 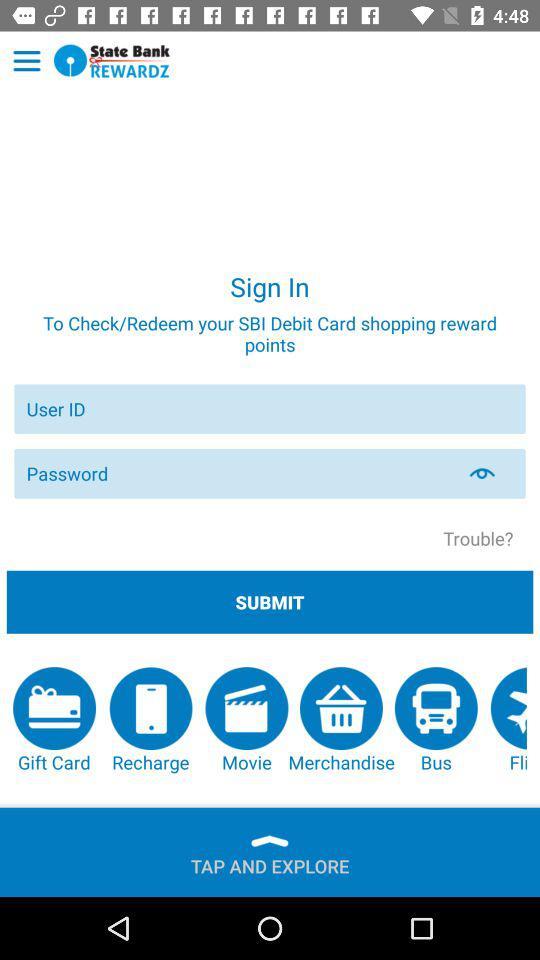 What do you see at coordinates (149, 720) in the screenshot?
I see `item next to movie item` at bounding box center [149, 720].